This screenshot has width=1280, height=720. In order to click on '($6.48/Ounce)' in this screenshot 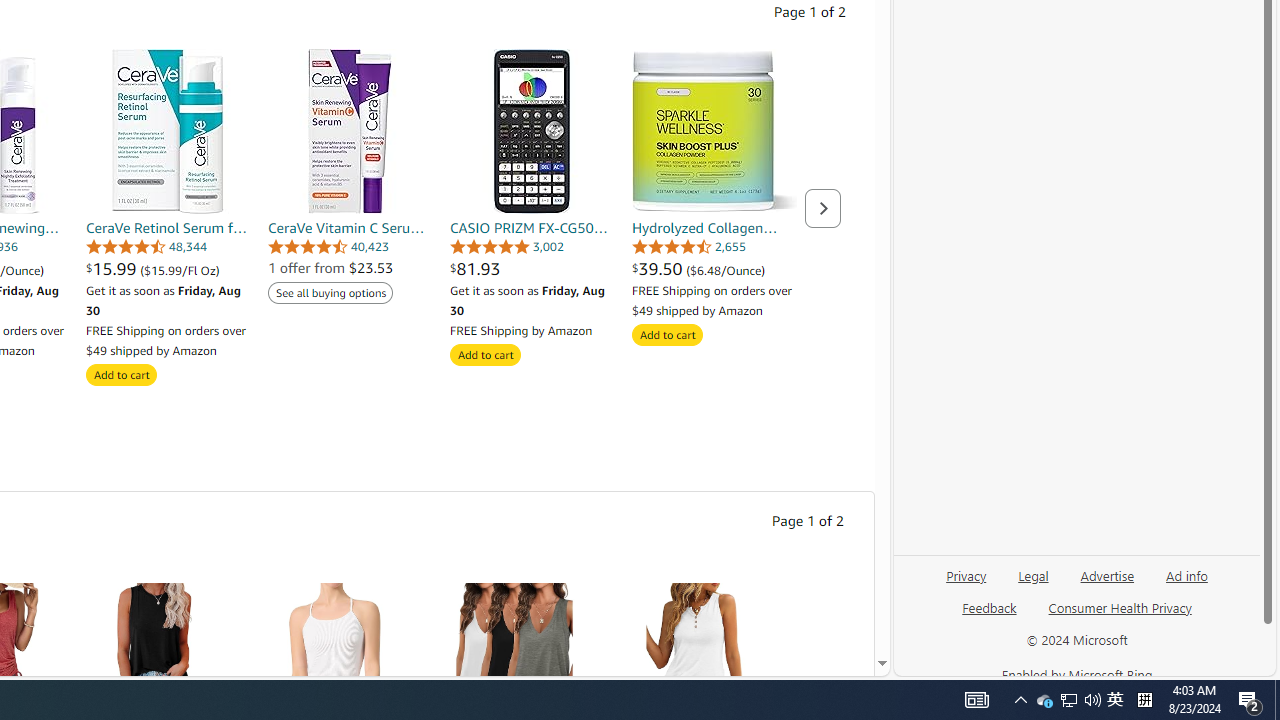, I will do `click(724, 270)`.